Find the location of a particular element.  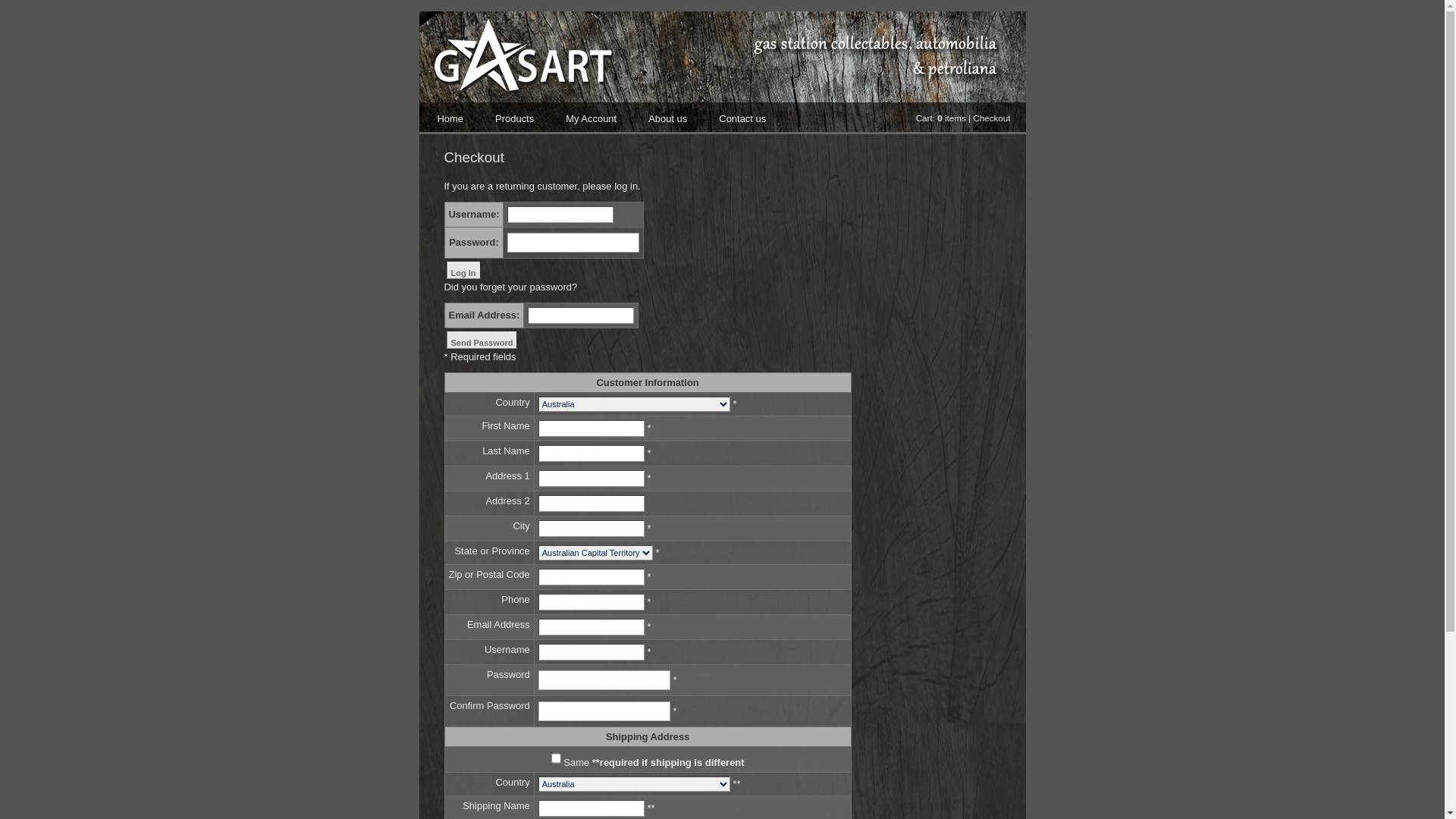

'Checkout' is located at coordinates (972, 117).